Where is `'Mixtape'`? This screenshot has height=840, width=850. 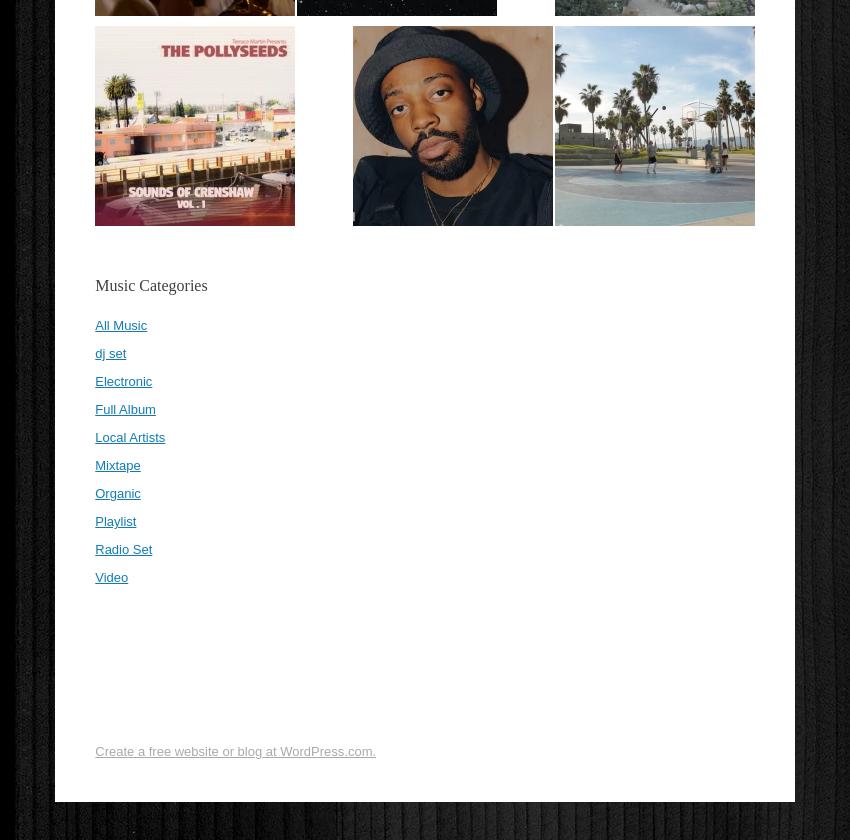
'Mixtape' is located at coordinates (94, 465).